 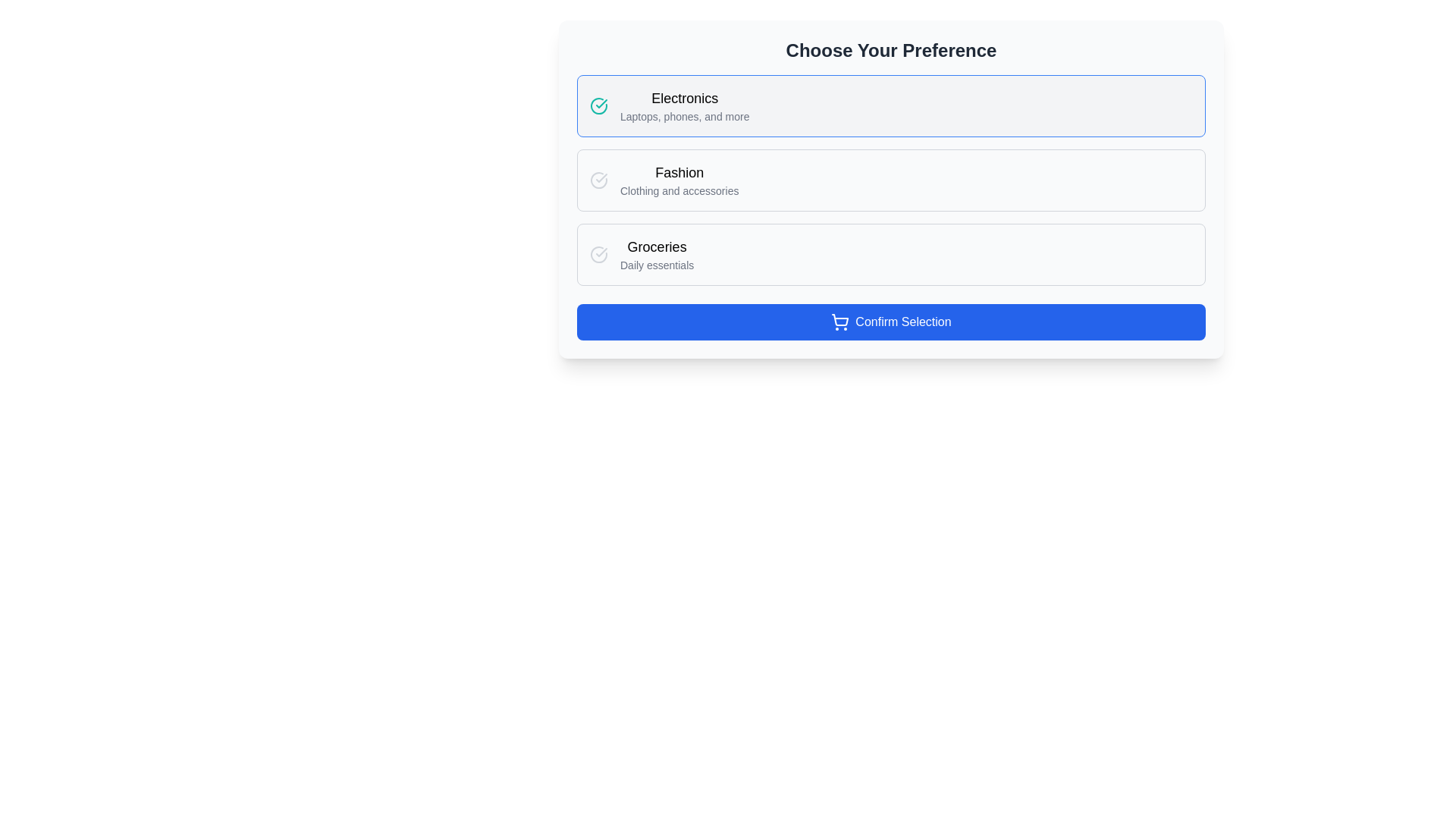 I want to click on the selection status icon for the 'Fashion' item, which is located immediately to the left of the text 'Fashion' in the vertical list of selectable preferences, so click(x=598, y=180).